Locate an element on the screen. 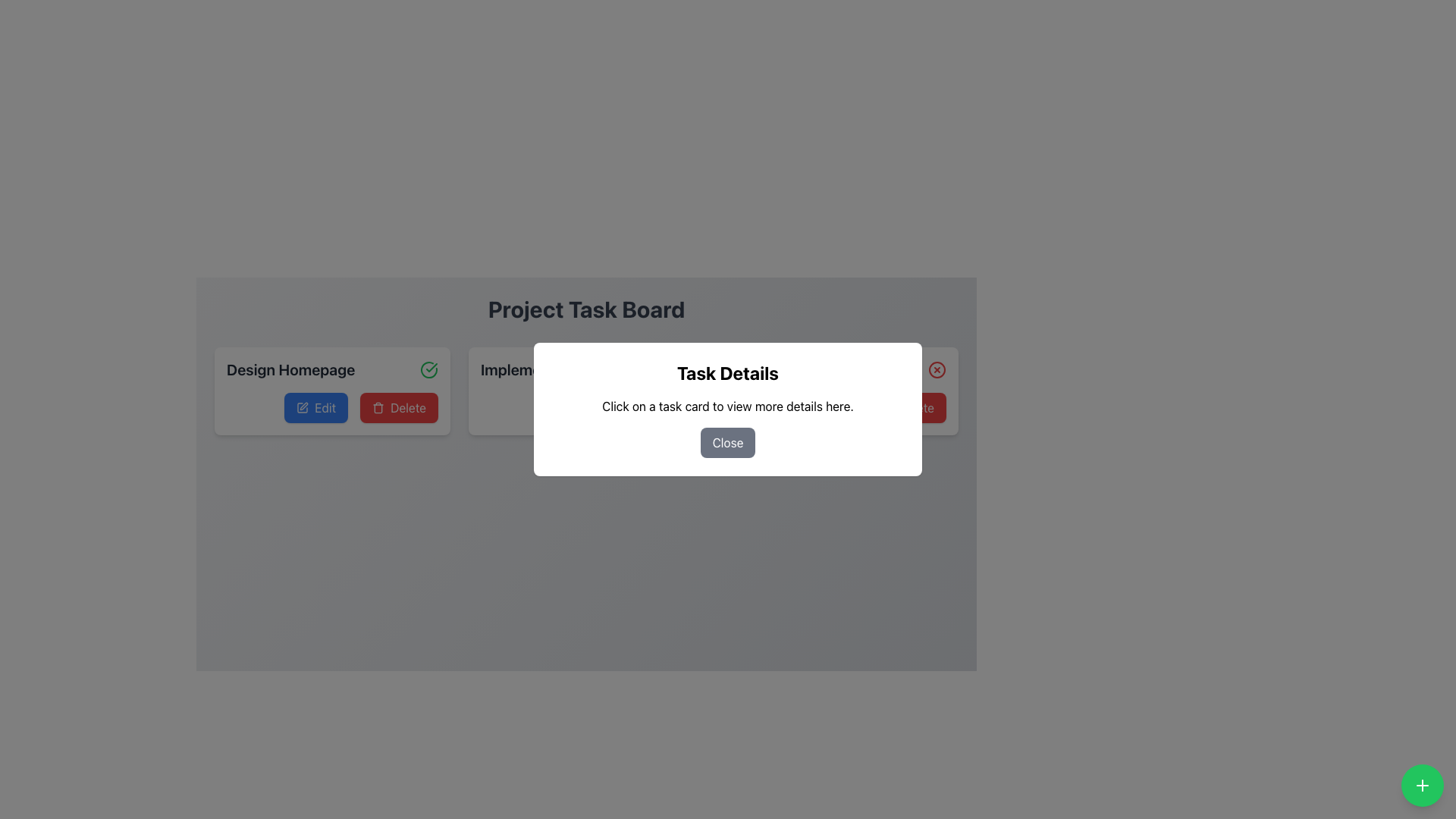 This screenshot has height=819, width=1456. the green circular icon with a checkmark inside, located at the top-right of the 'Design Homepage' section, to interact with the associated options like 'Edit' and 'Delete.' is located at coordinates (428, 370).